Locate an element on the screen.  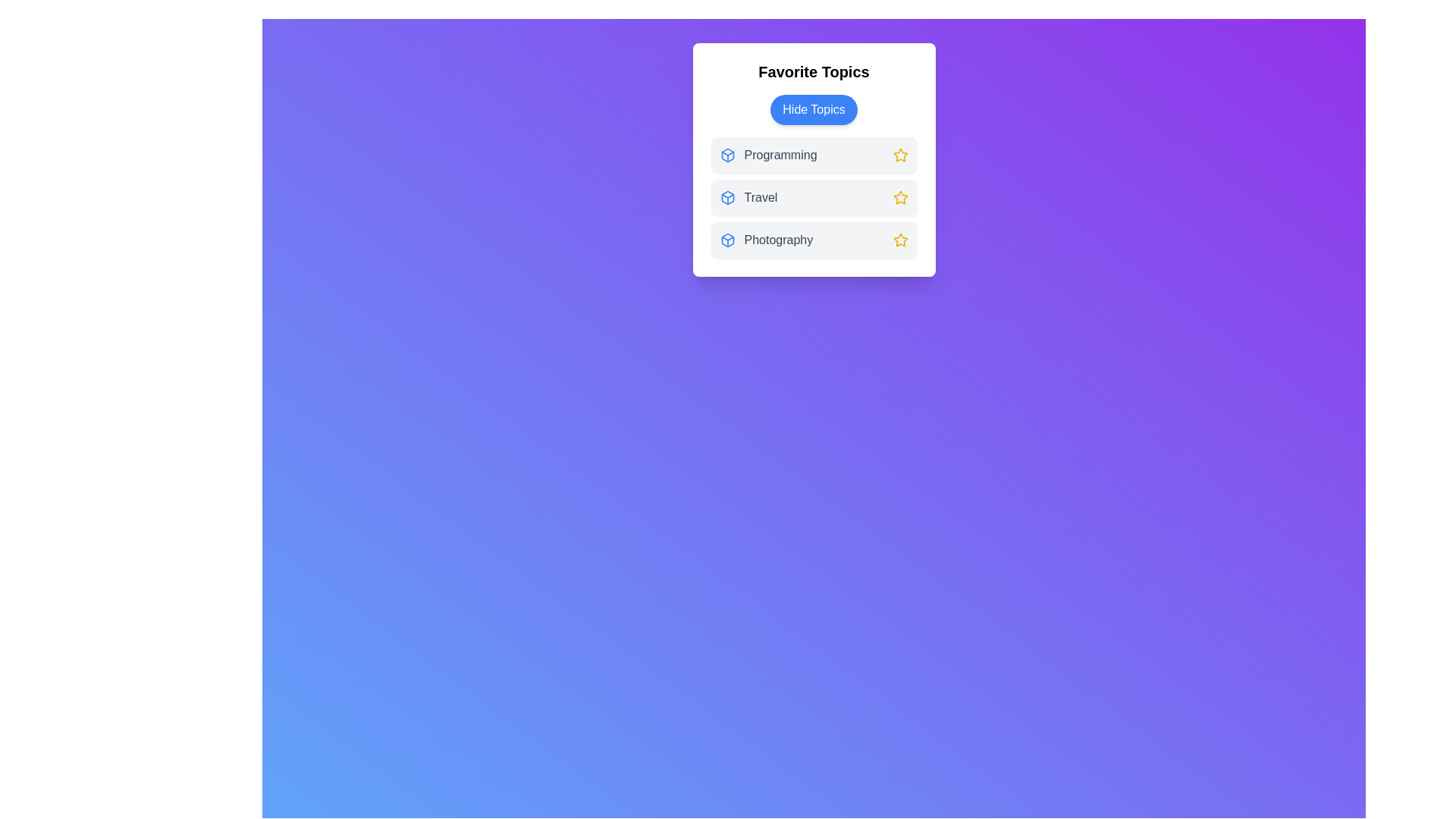
the second list item representing 'Travel' in a vertical list of topics, positioned between 'Programming' and 'Photography' is located at coordinates (813, 197).